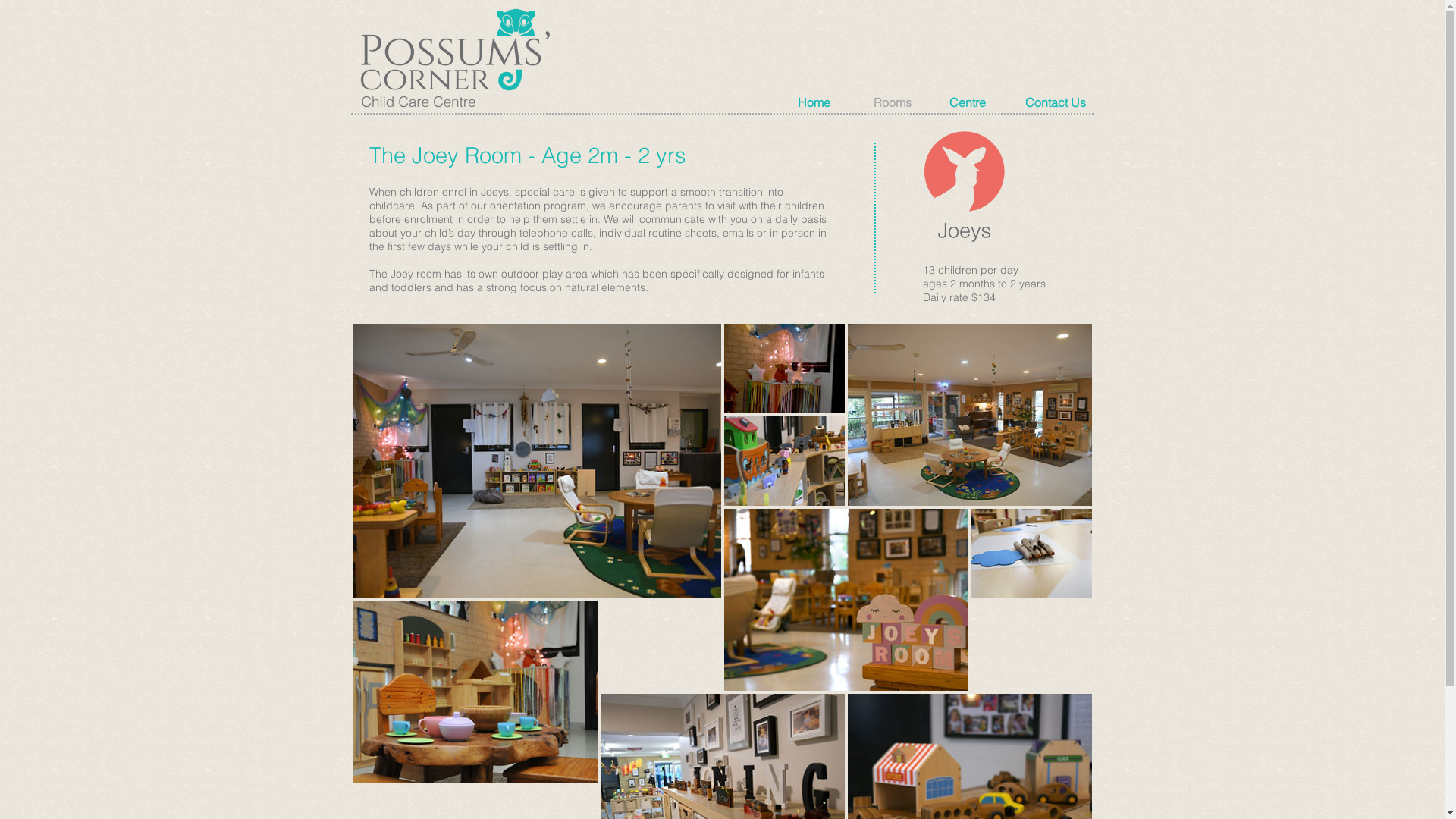 This screenshot has height=819, width=1456. I want to click on 'Rooms', so click(903, 102).